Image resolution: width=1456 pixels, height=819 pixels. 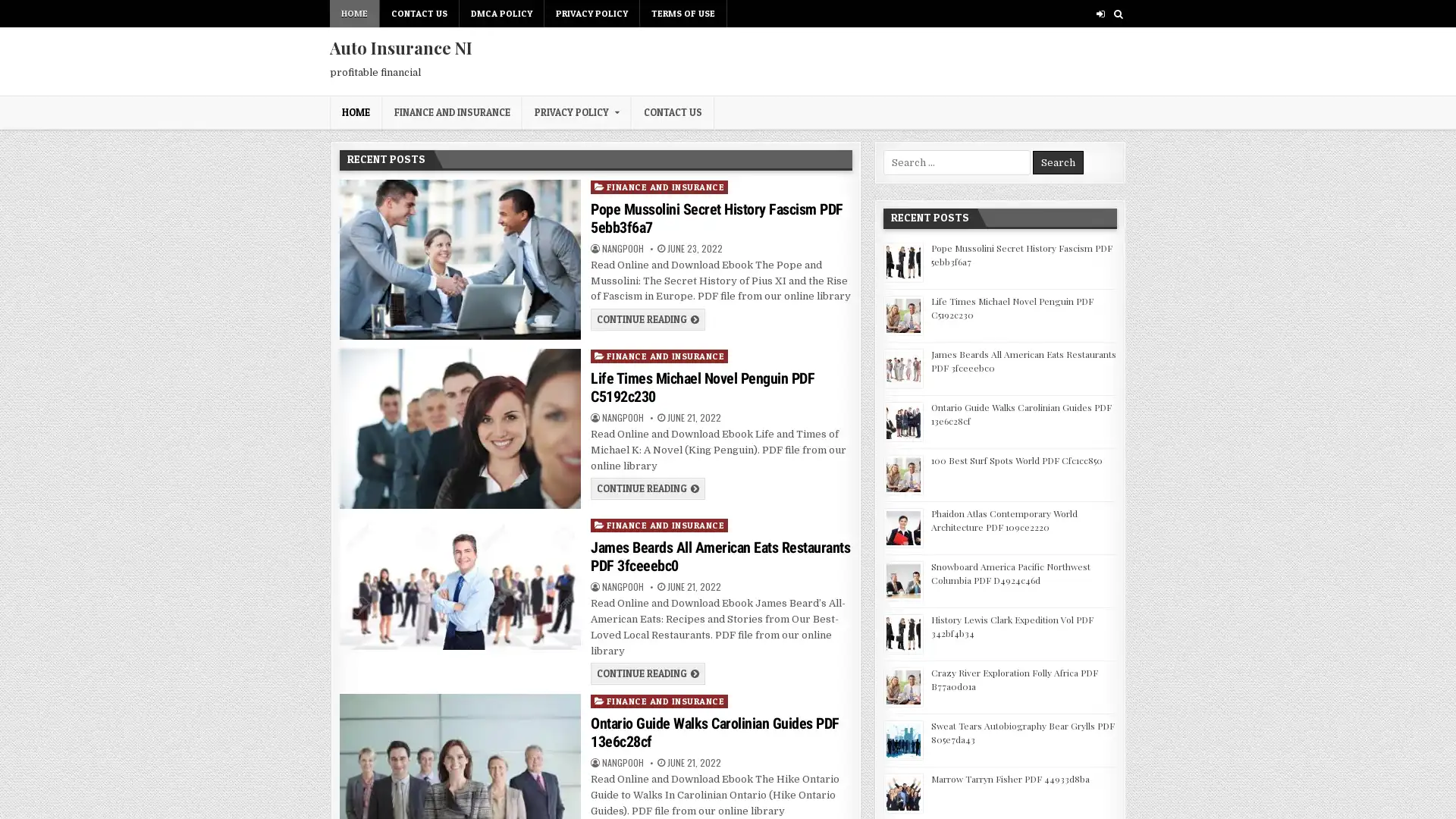 I want to click on Search, so click(x=1057, y=162).